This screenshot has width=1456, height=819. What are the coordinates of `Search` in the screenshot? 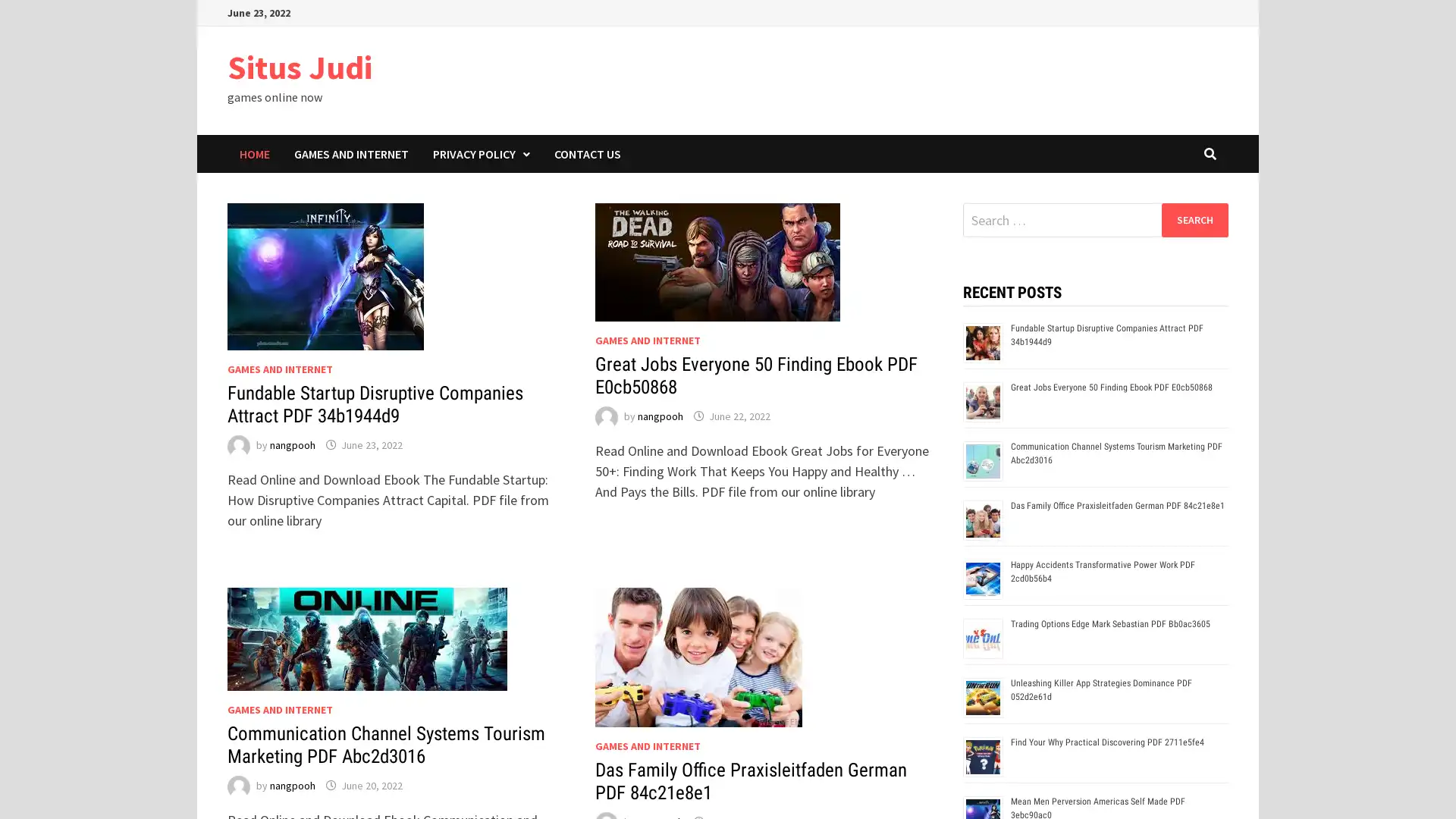 It's located at (1194, 219).